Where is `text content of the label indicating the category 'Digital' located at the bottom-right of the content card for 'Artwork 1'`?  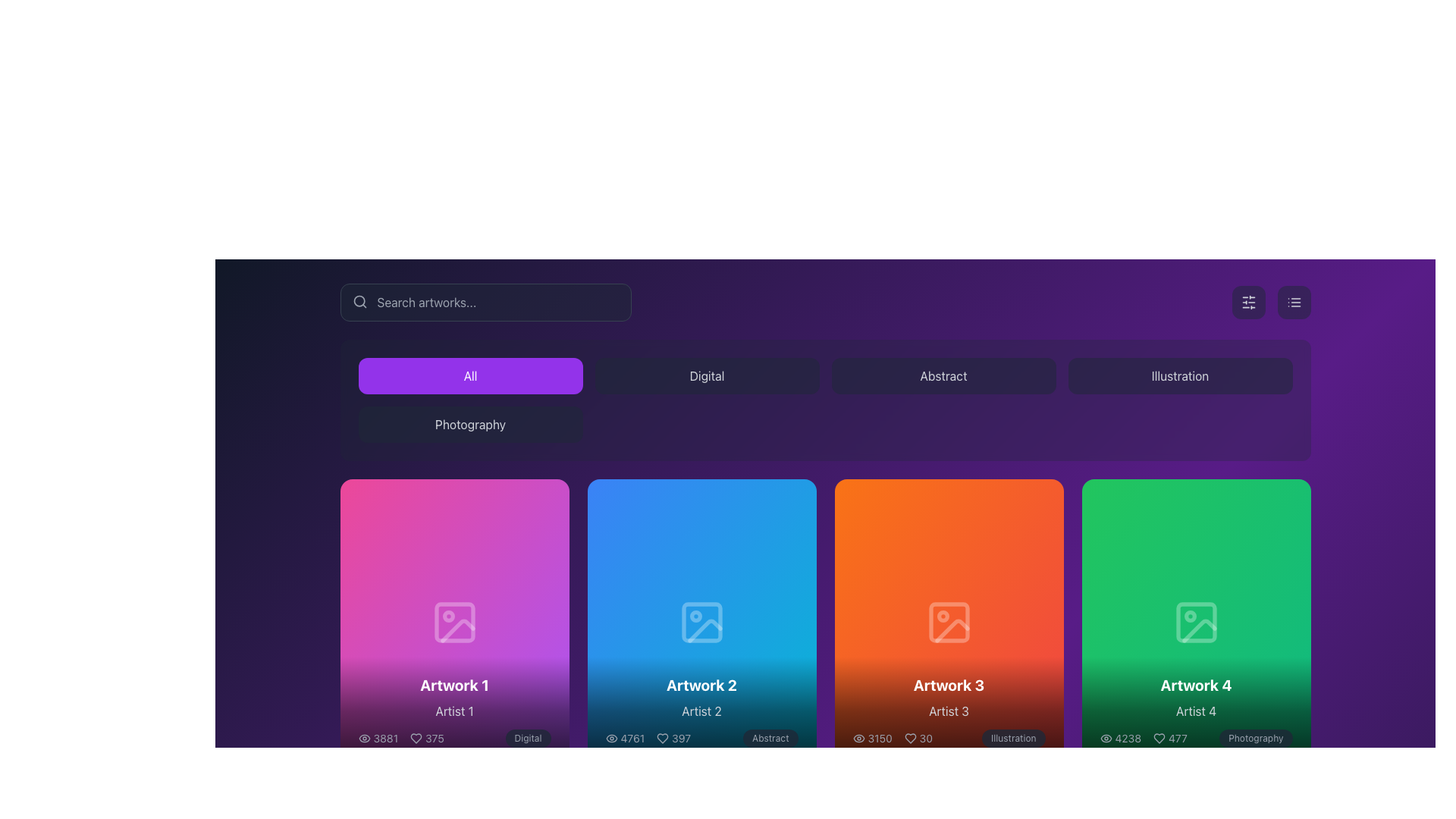
text content of the label indicating the category 'Digital' located at the bottom-right of the content card for 'Artwork 1' is located at coordinates (528, 737).